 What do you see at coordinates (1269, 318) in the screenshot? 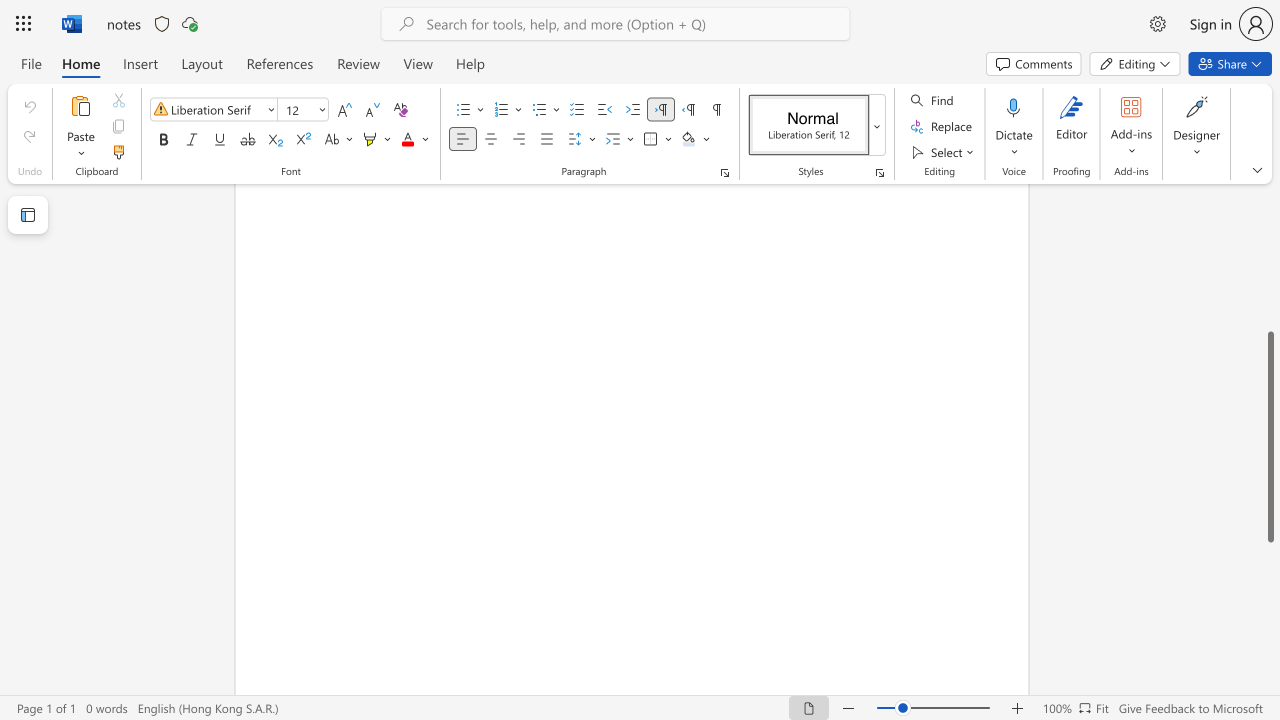
I see `the scrollbar to scroll the page up` at bounding box center [1269, 318].